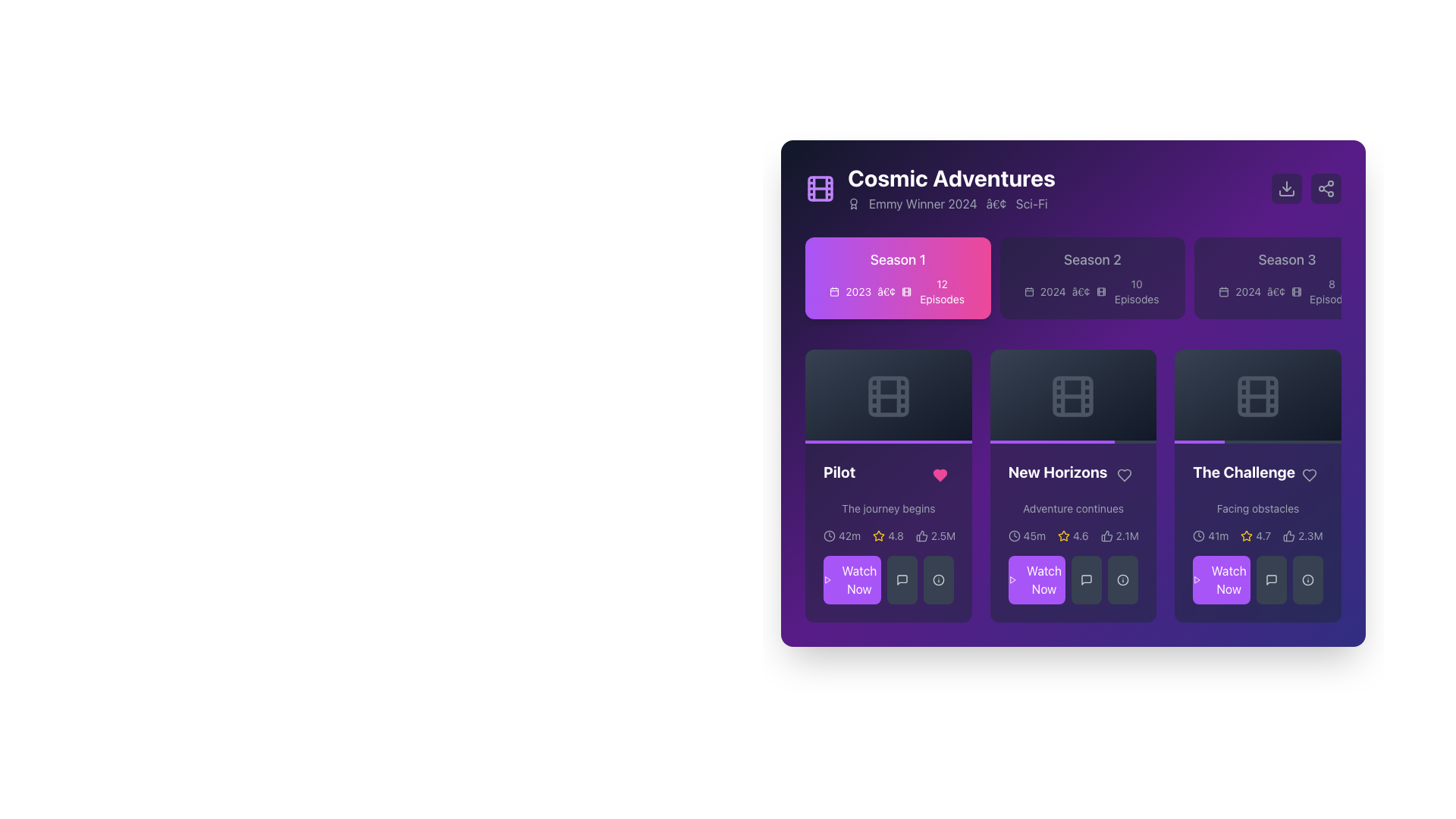 This screenshot has height=819, width=1456. Describe the element at coordinates (896, 535) in the screenshot. I see `numerical rating displayed as '4.8' styled in light gray font against a dark purple background, located in the bottom-left card titled 'Pilot' next to the yellow star icon` at that location.